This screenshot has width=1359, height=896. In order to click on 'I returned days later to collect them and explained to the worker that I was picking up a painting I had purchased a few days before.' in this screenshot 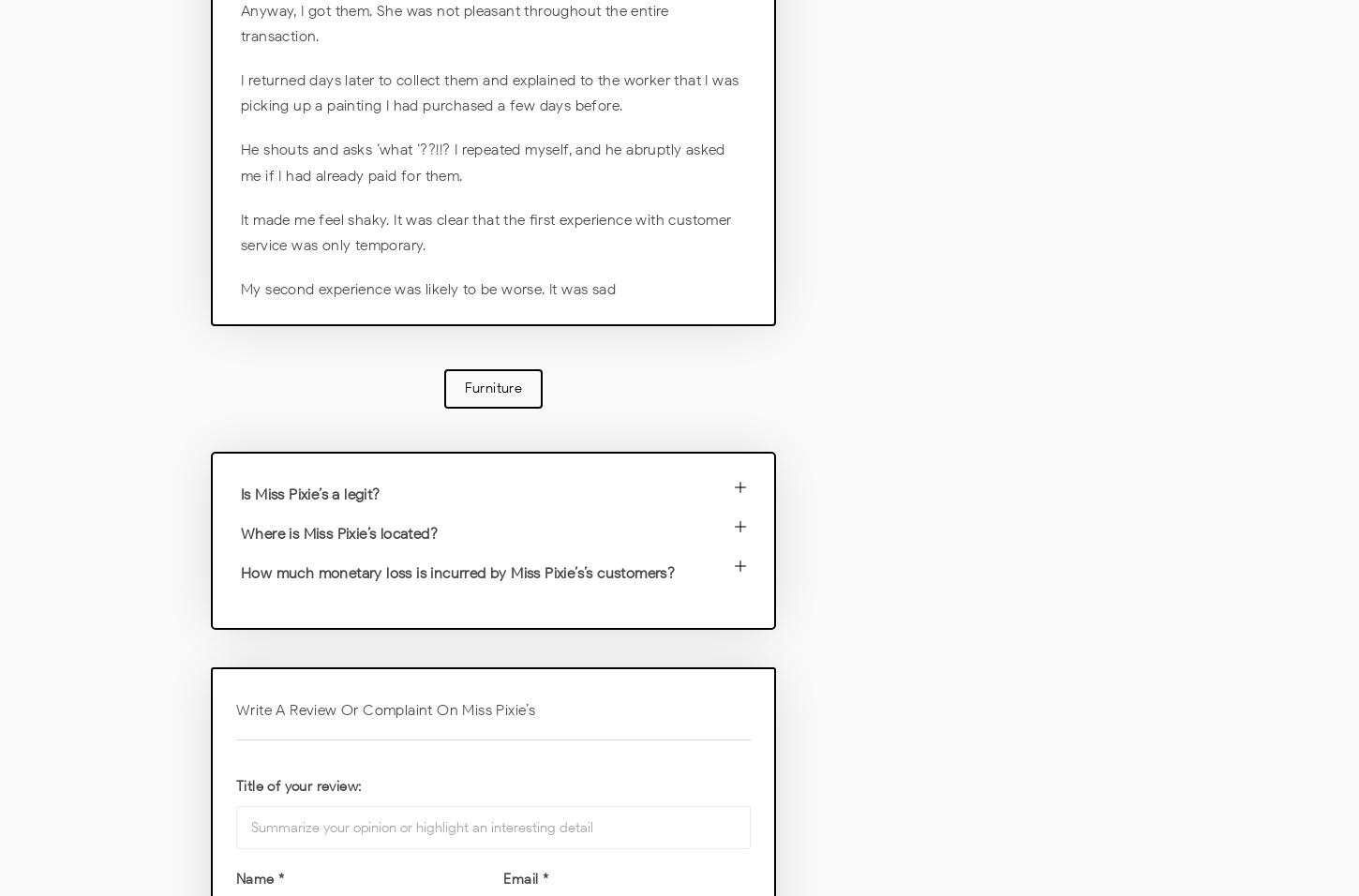, I will do `click(489, 92)`.